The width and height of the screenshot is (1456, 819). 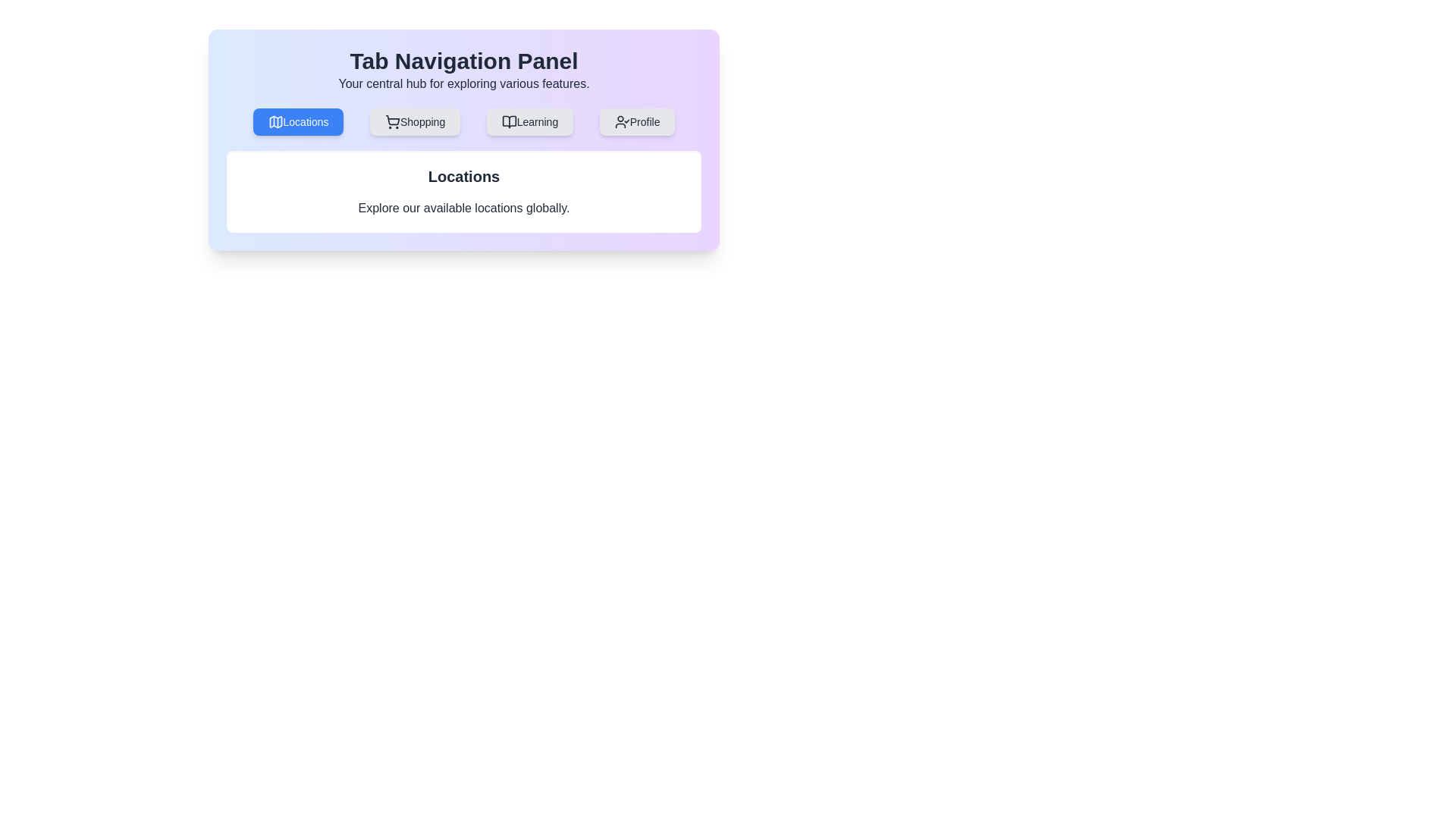 What do you see at coordinates (298, 121) in the screenshot?
I see `the Locations tab by clicking on its button` at bounding box center [298, 121].